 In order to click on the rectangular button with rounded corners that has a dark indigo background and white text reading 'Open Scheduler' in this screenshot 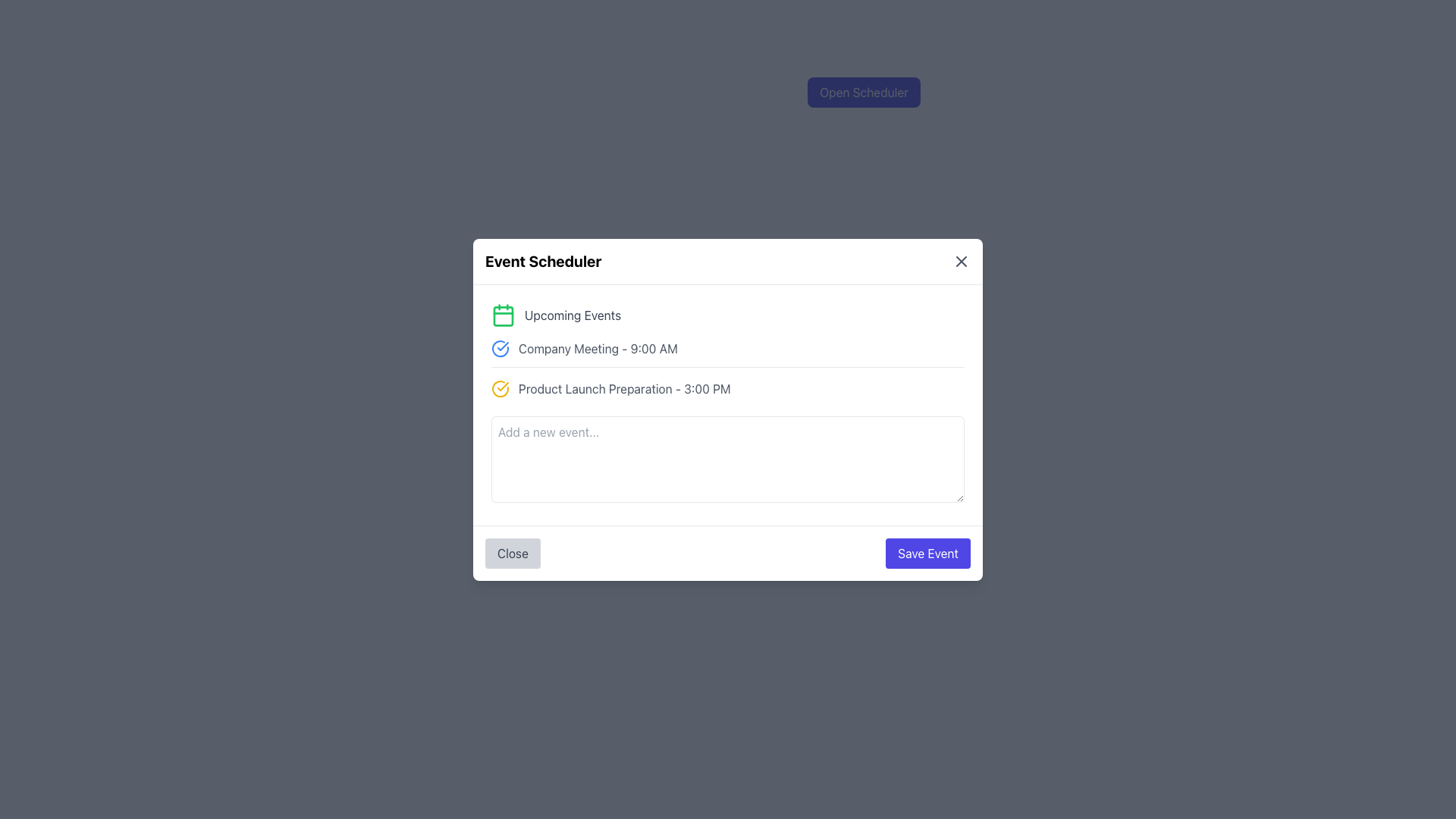, I will do `click(864, 93)`.